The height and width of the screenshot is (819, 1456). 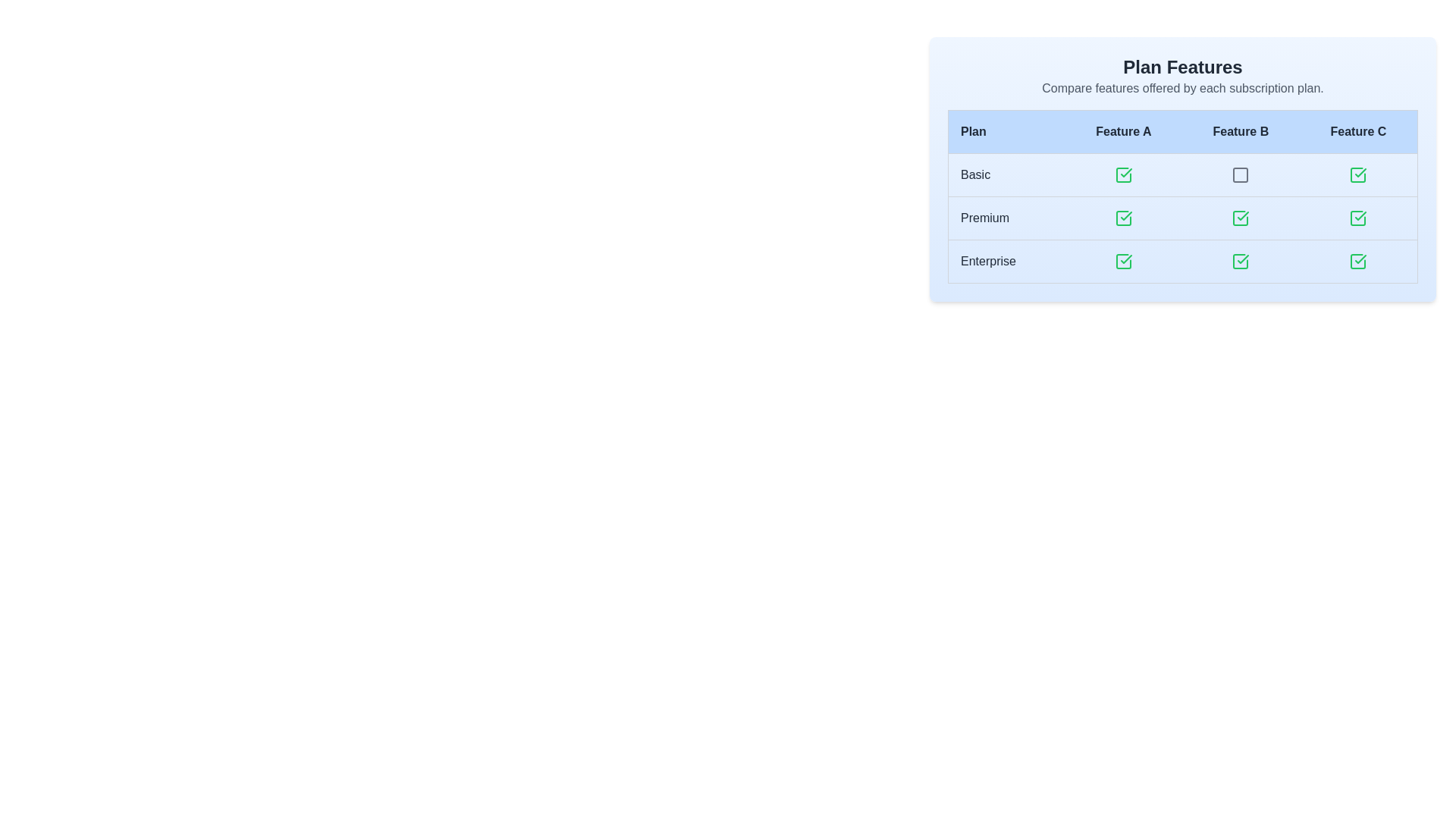 I want to click on the Checkbox element that contains a centered green checkmark icon, indicating a selected status, located in the third row and second column of the table under 'Feature A' and aligned with the 'Enterprise' row, so click(x=1123, y=260).